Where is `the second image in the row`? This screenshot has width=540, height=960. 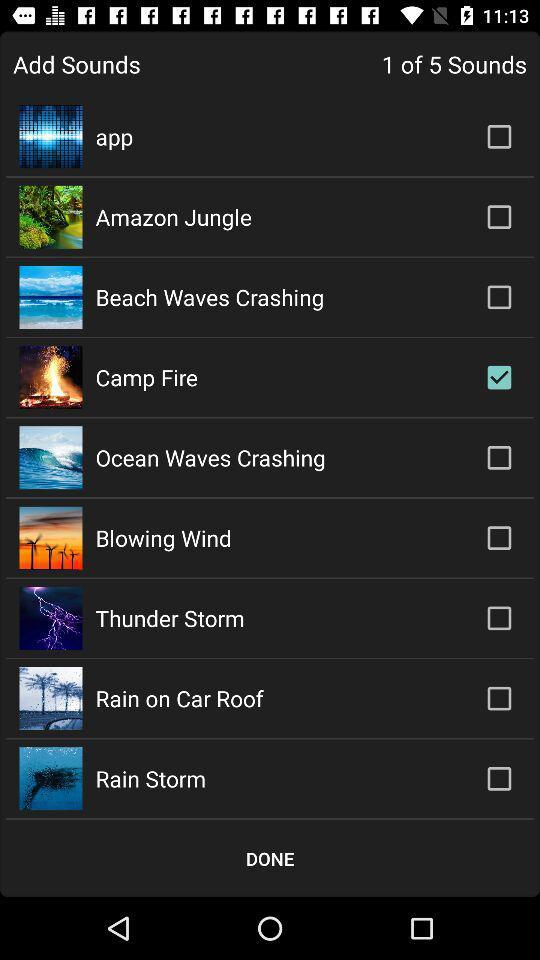 the second image in the row is located at coordinates (51, 217).